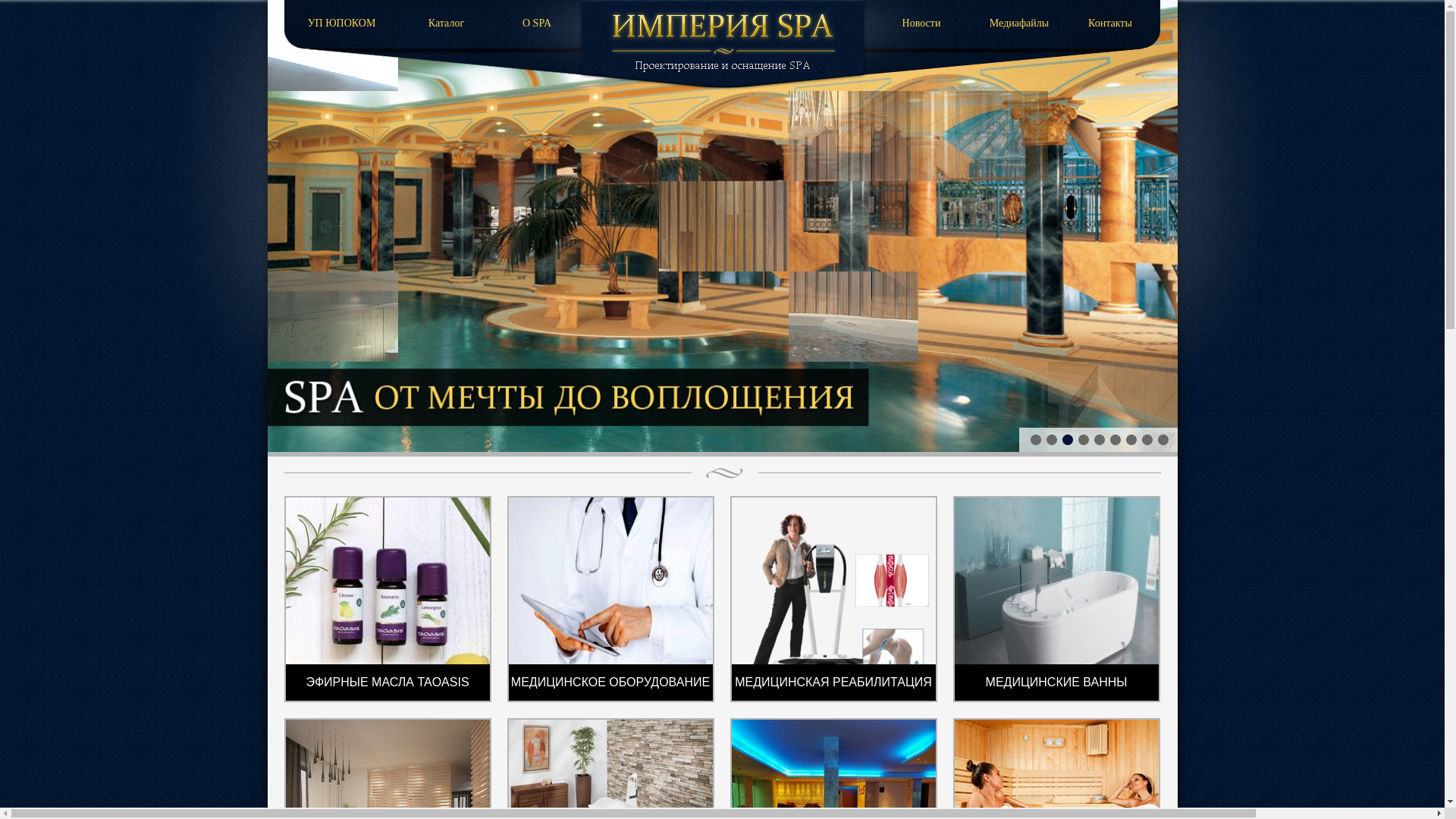  Describe the element at coordinates (1083, 439) in the screenshot. I see `'4'` at that location.